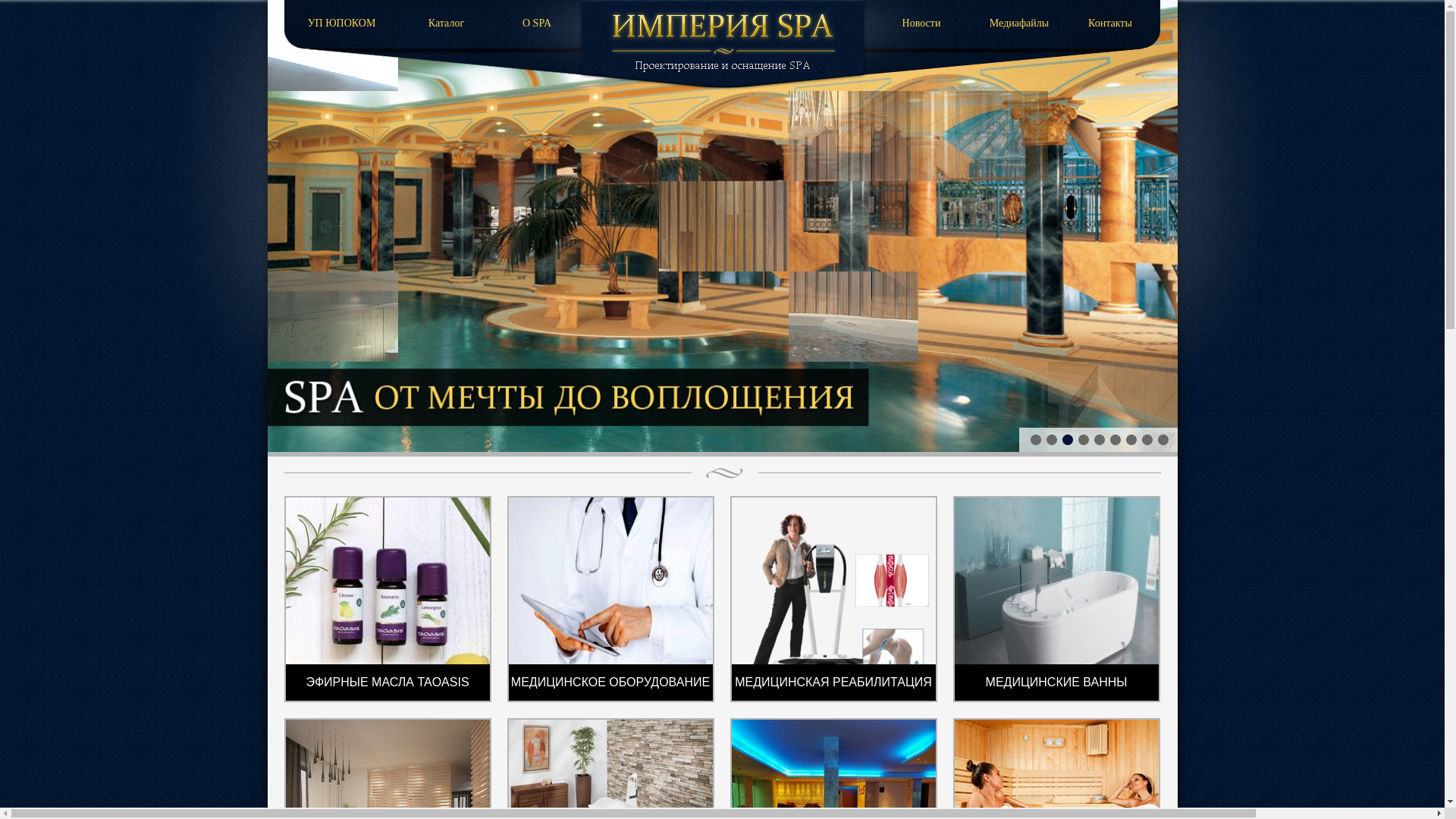  Describe the element at coordinates (1083, 439) in the screenshot. I see `'4'` at that location.